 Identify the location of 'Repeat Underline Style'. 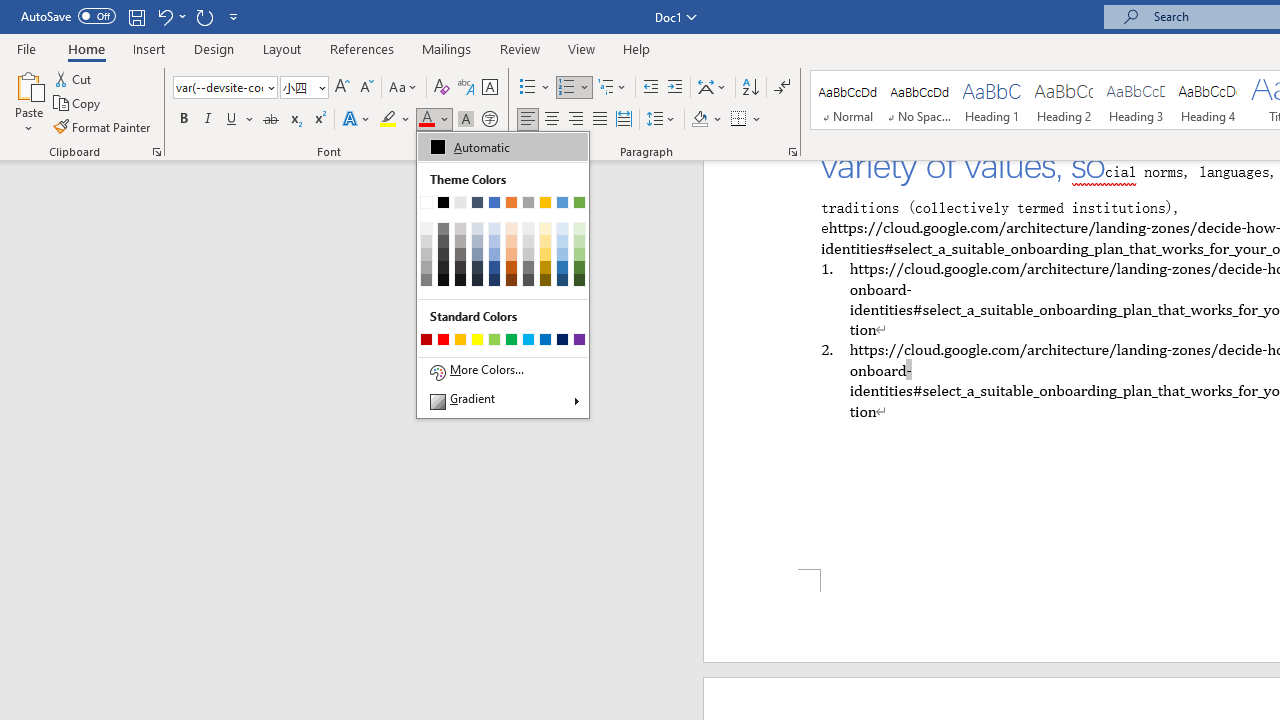
(204, 16).